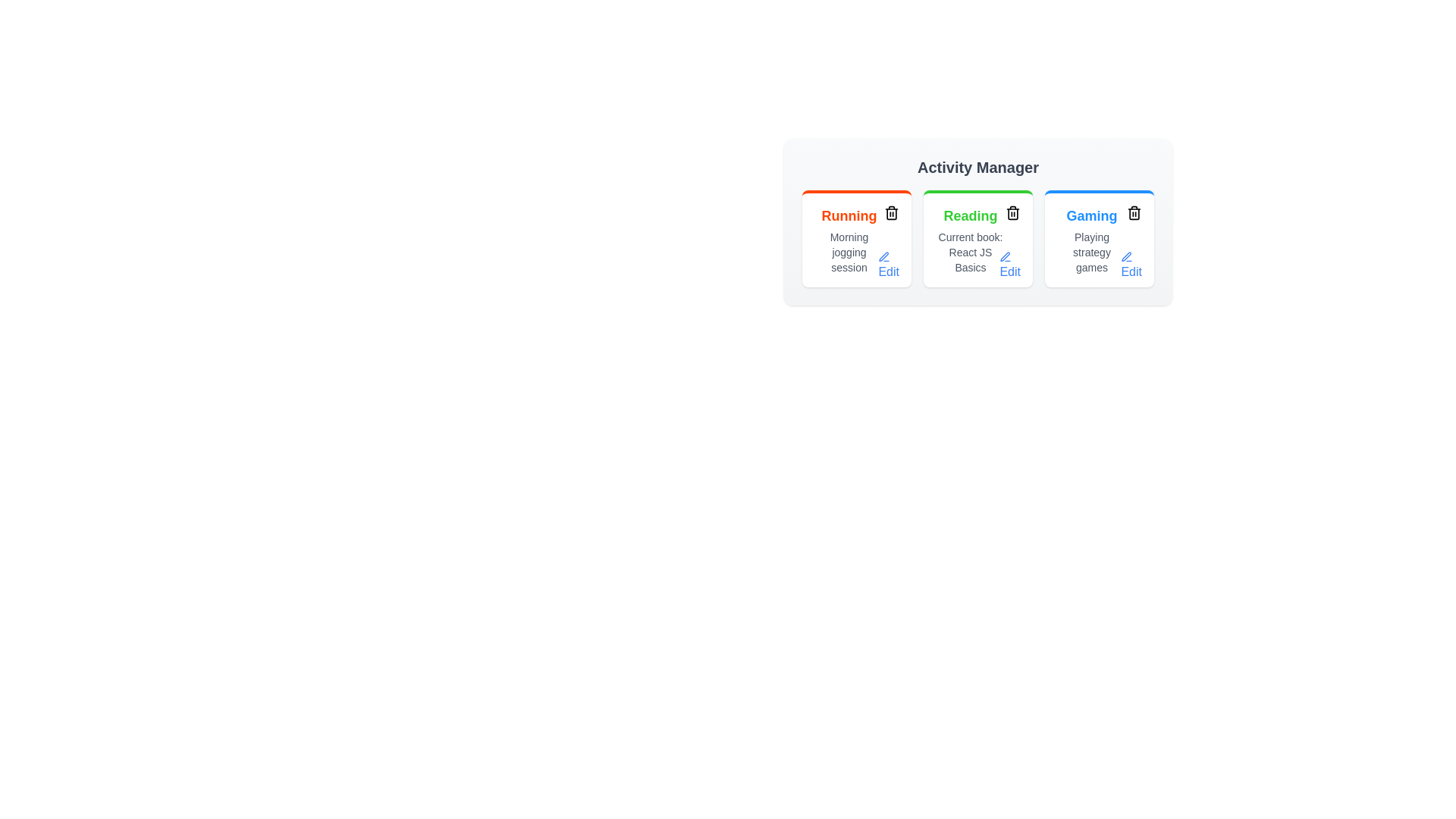 The height and width of the screenshot is (819, 1456). Describe the element at coordinates (1010, 265) in the screenshot. I see `the 'Edit' button for the activity Reading` at that location.